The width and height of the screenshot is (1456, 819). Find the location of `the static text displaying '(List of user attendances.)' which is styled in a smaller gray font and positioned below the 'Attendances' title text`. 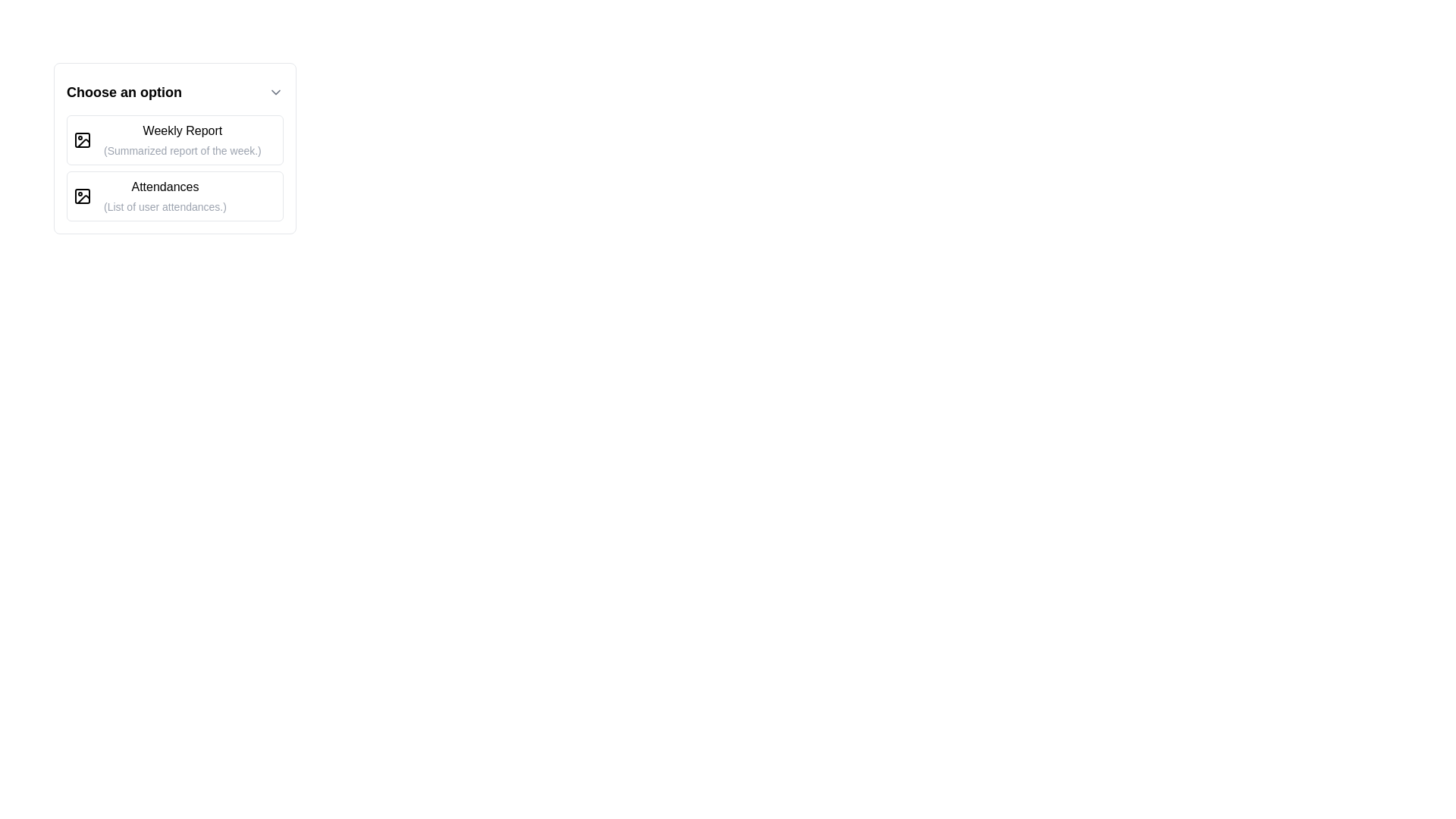

the static text displaying '(List of user attendances.)' which is styled in a smaller gray font and positioned below the 'Attendances' title text is located at coordinates (165, 207).